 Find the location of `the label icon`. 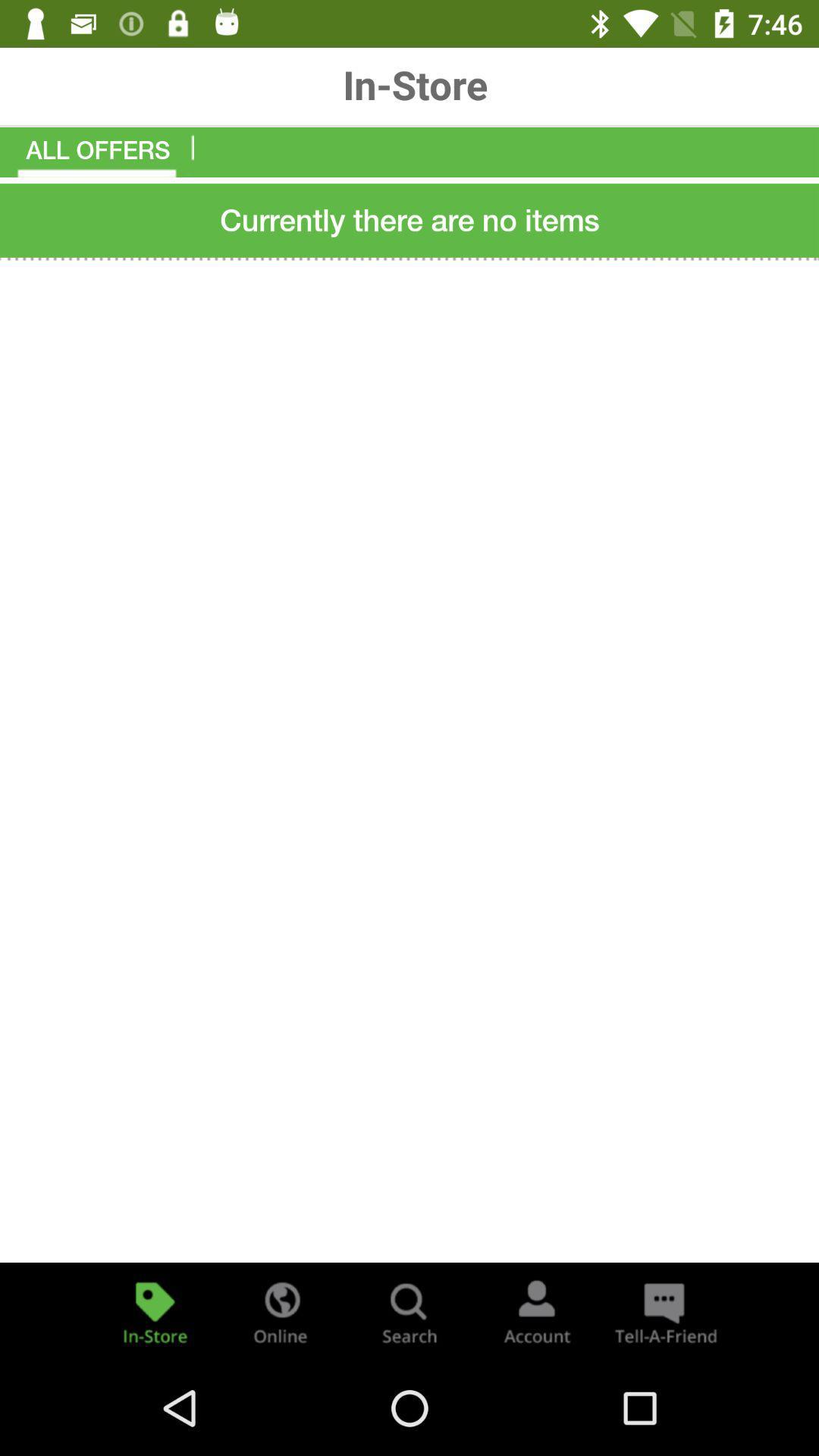

the label icon is located at coordinates (155, 1310).